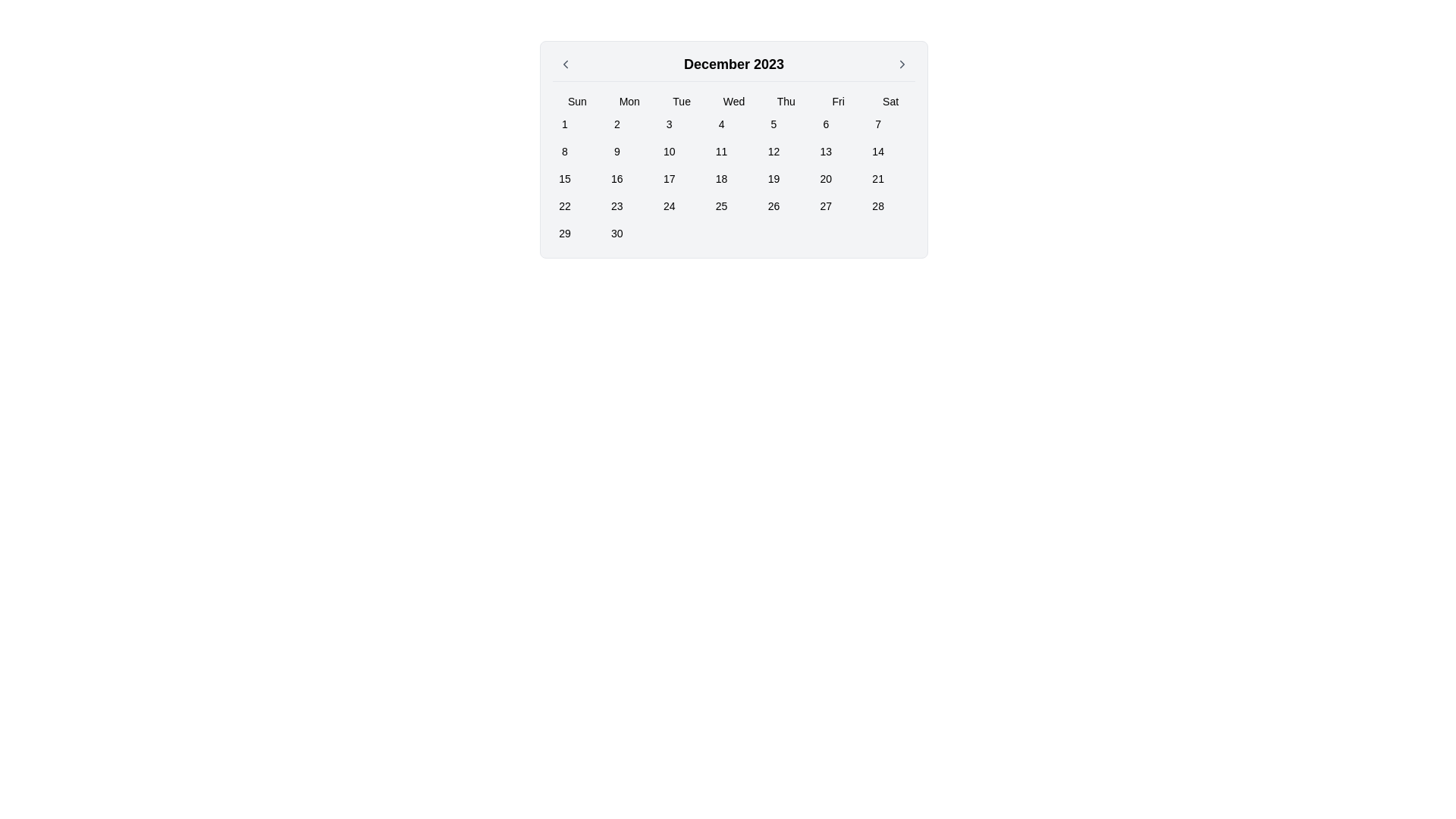 The image size is (1456, 819). I want to click on the rounded square button labeled '4' located in the first row under the 'Wed' column of the calendar grid, so click(720, 124).